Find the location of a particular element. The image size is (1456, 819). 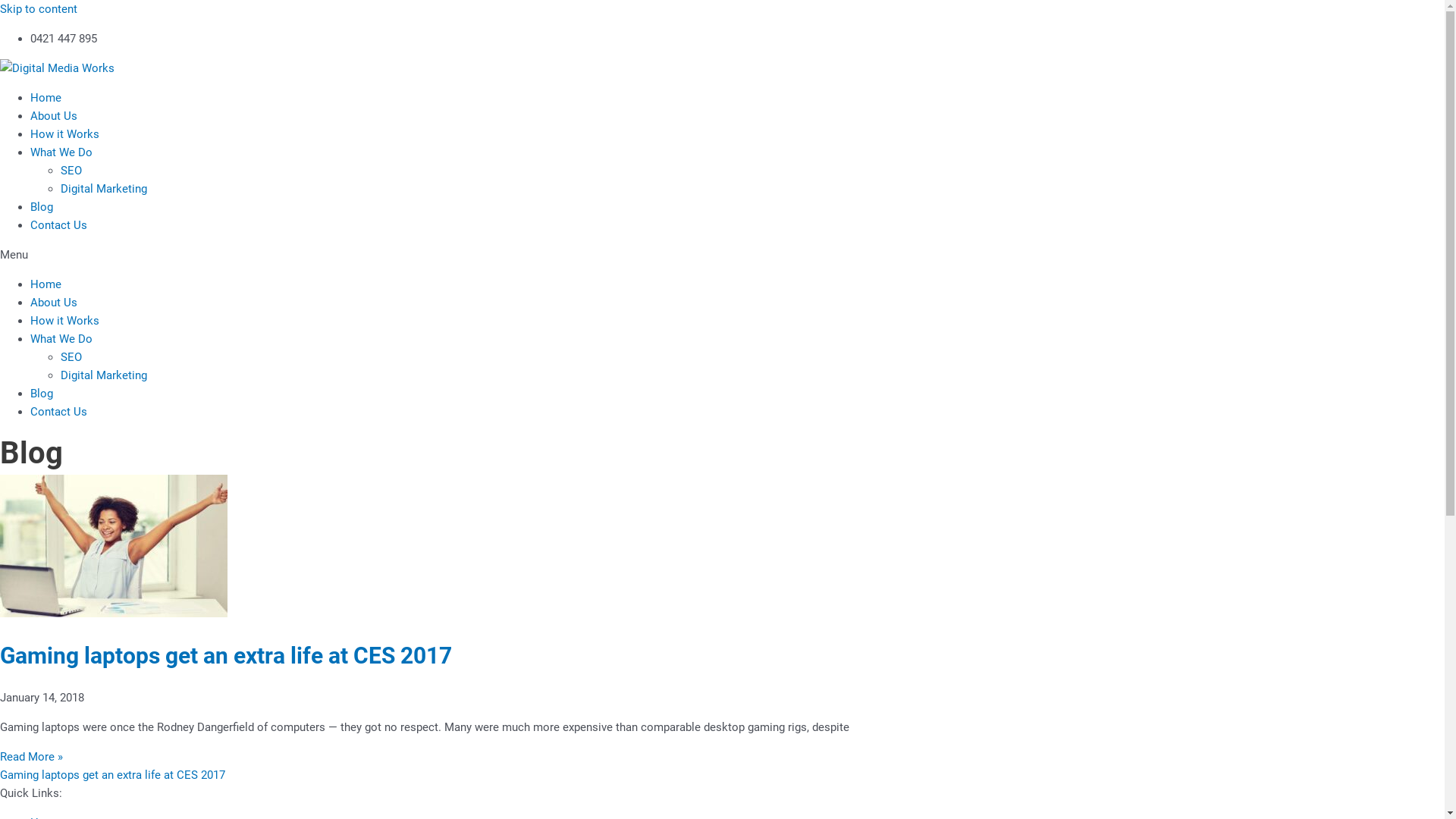

'About Us' is located at coordinates (54, 115).